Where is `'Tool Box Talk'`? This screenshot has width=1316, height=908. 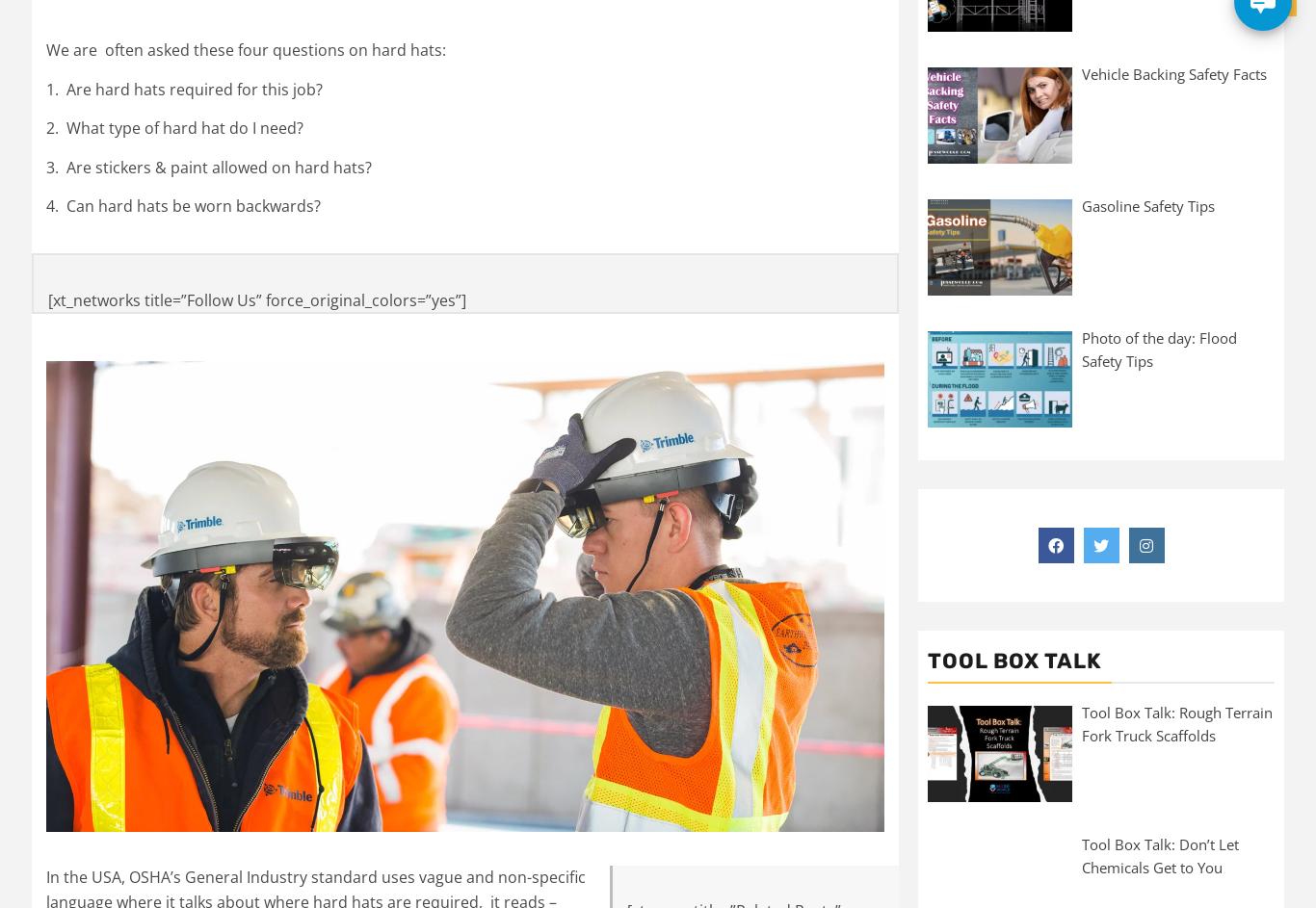 'Tool Box Talk' is located at coordinates (1013, 660).